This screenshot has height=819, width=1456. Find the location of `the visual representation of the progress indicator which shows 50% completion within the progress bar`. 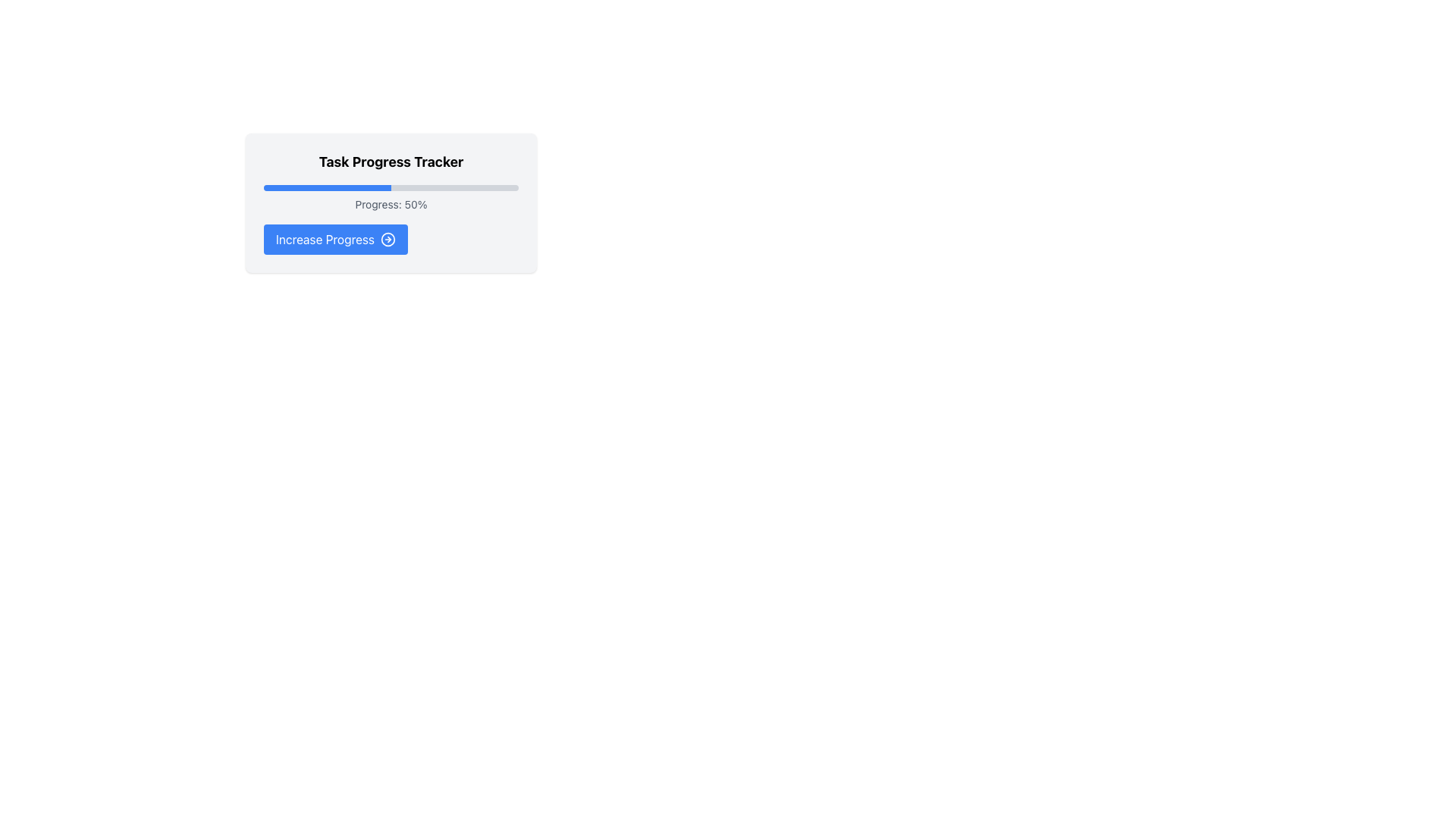

the visual representation of the progress indicator which shows 50% completion within the progress bar is located at coordinates (327, 187).